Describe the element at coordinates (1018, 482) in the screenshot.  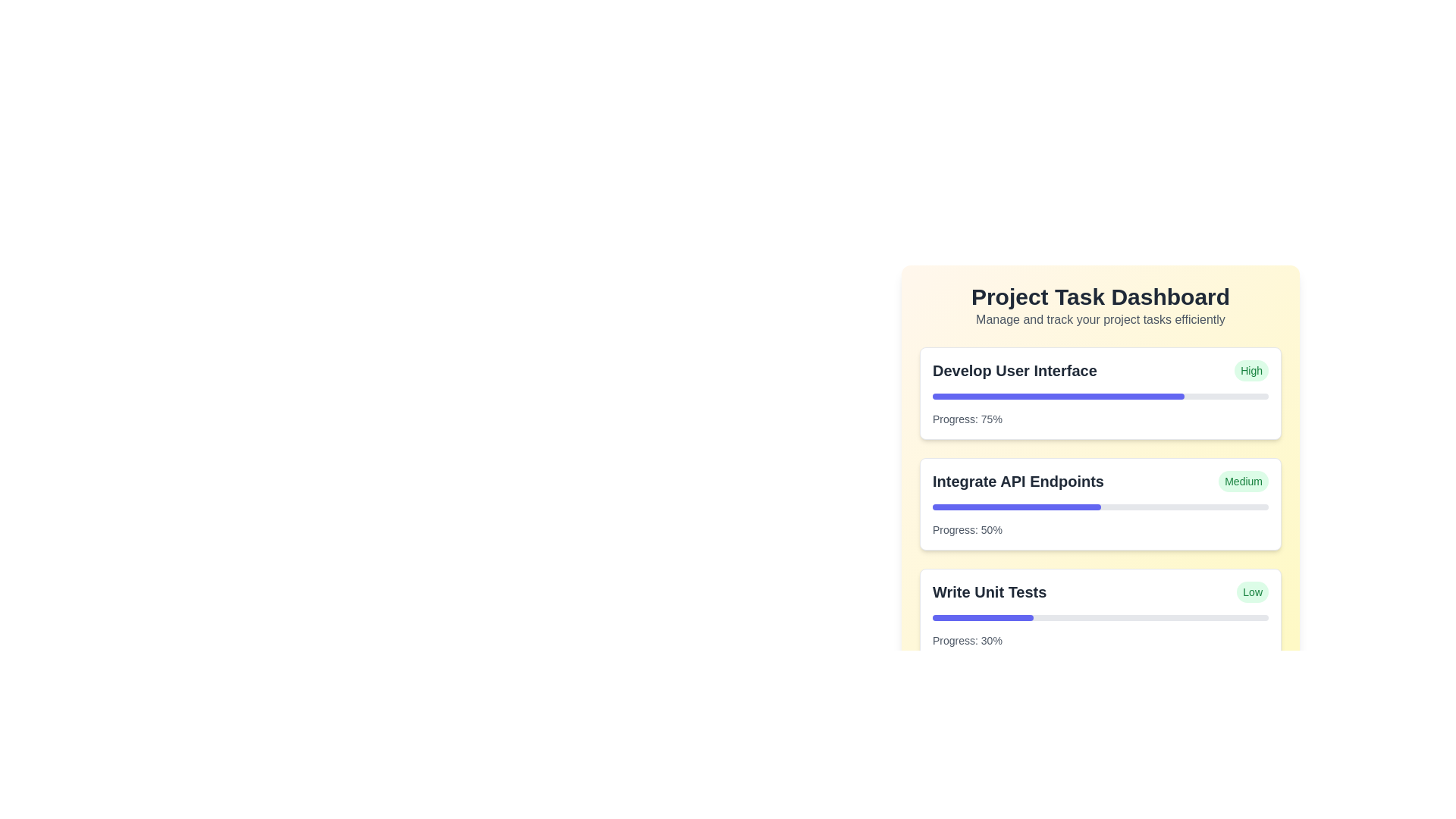
I see `the text from the title of the second task card in the project management dashboard, which is located on the top-left side adjacent` at that location.